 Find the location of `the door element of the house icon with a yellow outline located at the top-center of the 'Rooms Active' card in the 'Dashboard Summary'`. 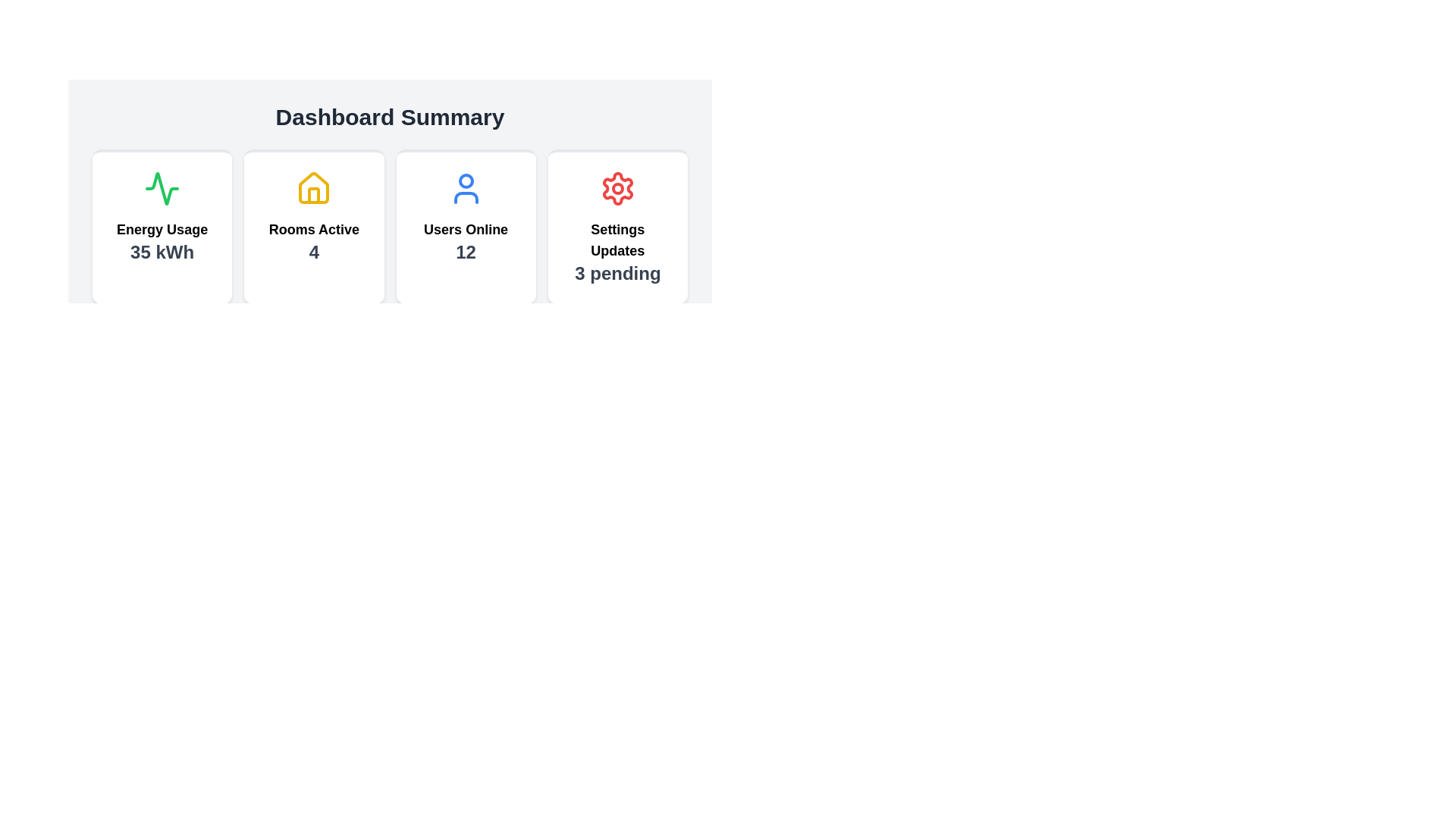

the door element of the house icon with a yellow outline located at the top-center of the 'Rooms Active' card in the 'Dashboard Summary' is located at coordinates (313, 195).